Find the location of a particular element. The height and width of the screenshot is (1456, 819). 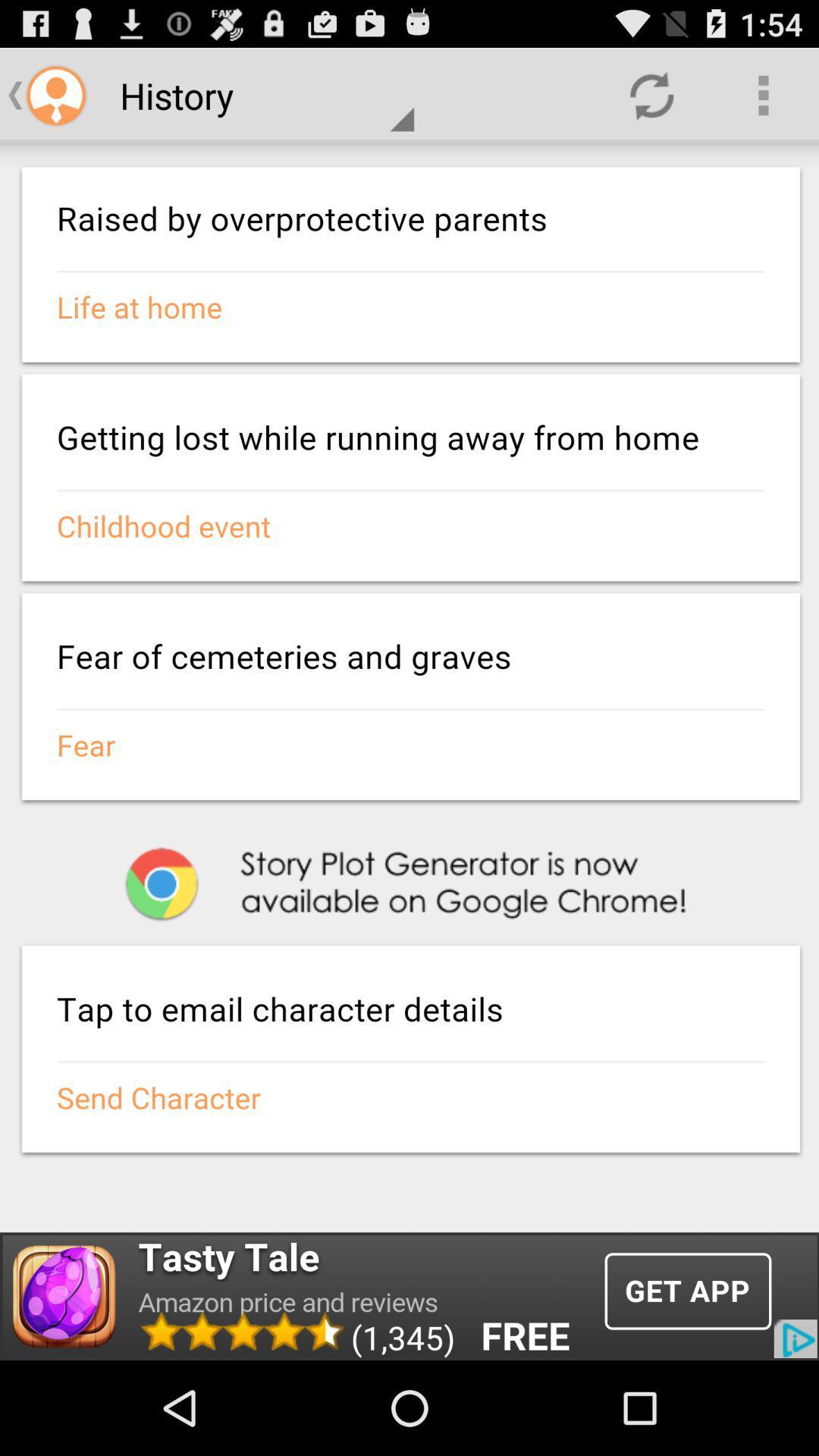

read stories is located at coordinates (409, 686).